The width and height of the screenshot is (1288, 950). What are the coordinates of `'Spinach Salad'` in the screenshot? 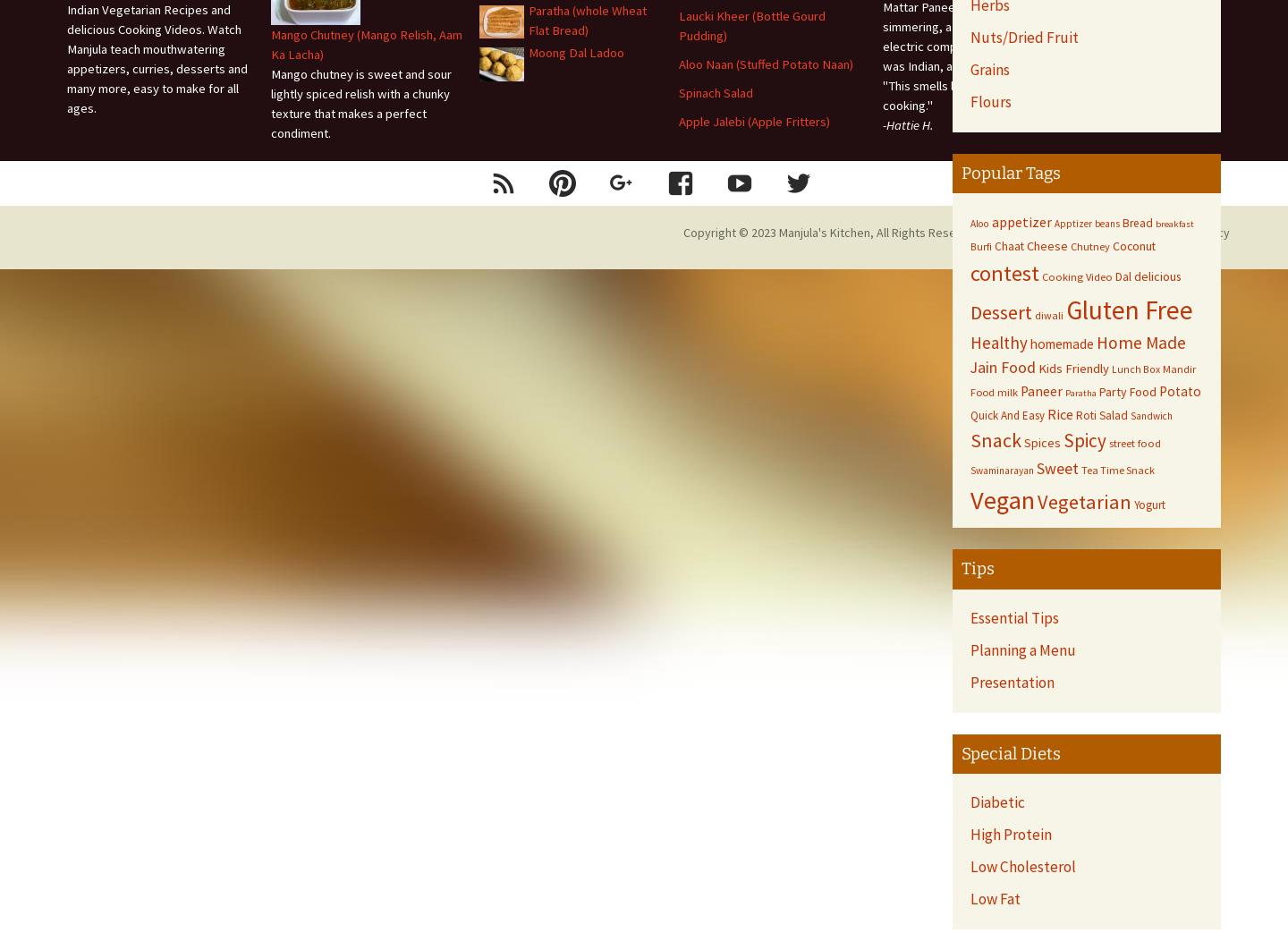 It's located at (716, 92).